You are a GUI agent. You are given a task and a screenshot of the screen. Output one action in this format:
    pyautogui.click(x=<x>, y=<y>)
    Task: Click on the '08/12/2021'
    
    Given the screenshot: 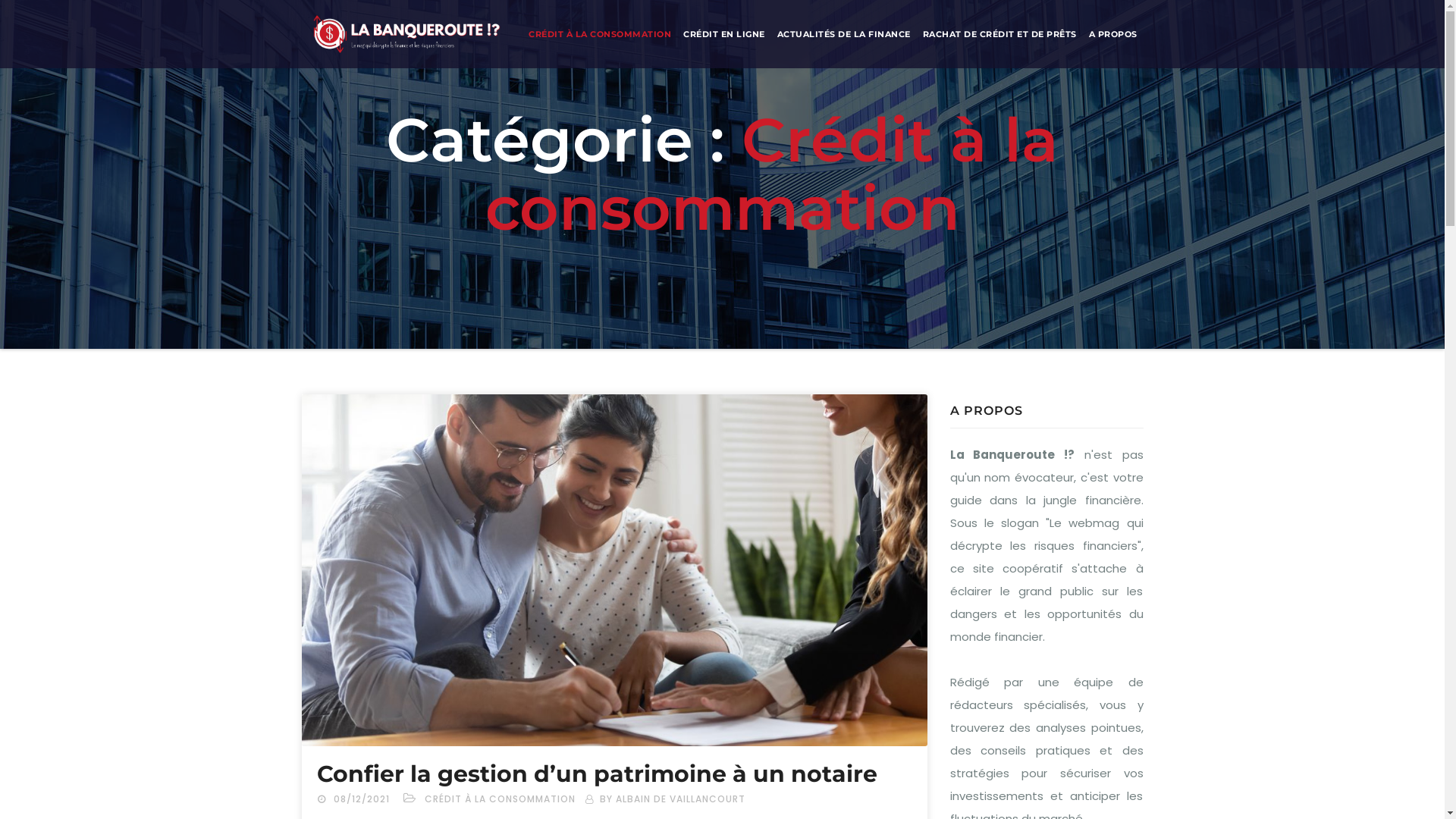 What is the action you would take?
    pyautogui.click(x=360, y=798)
    